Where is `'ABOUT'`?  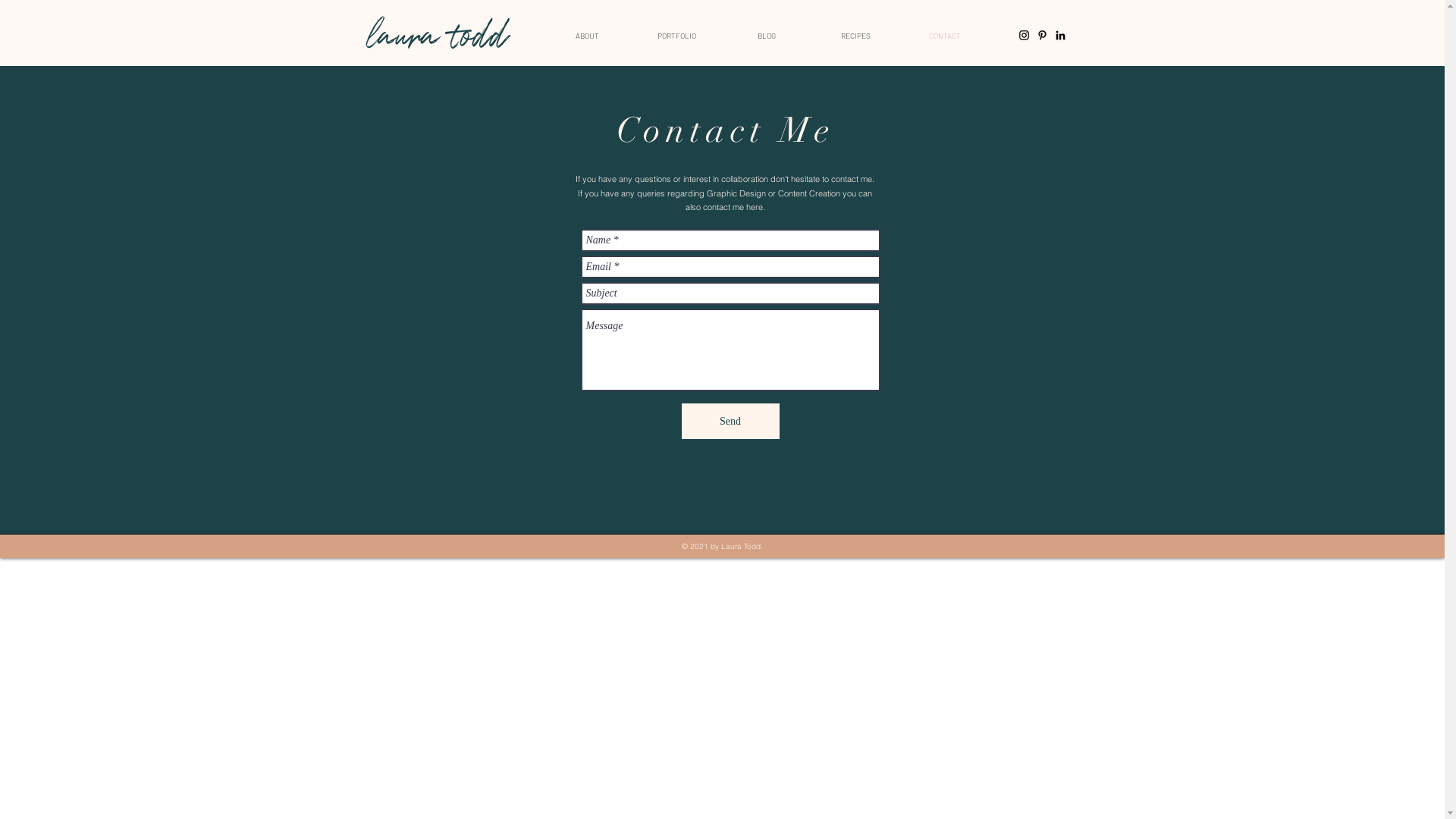
'ABOUT' is located at coordinates (586, 34).